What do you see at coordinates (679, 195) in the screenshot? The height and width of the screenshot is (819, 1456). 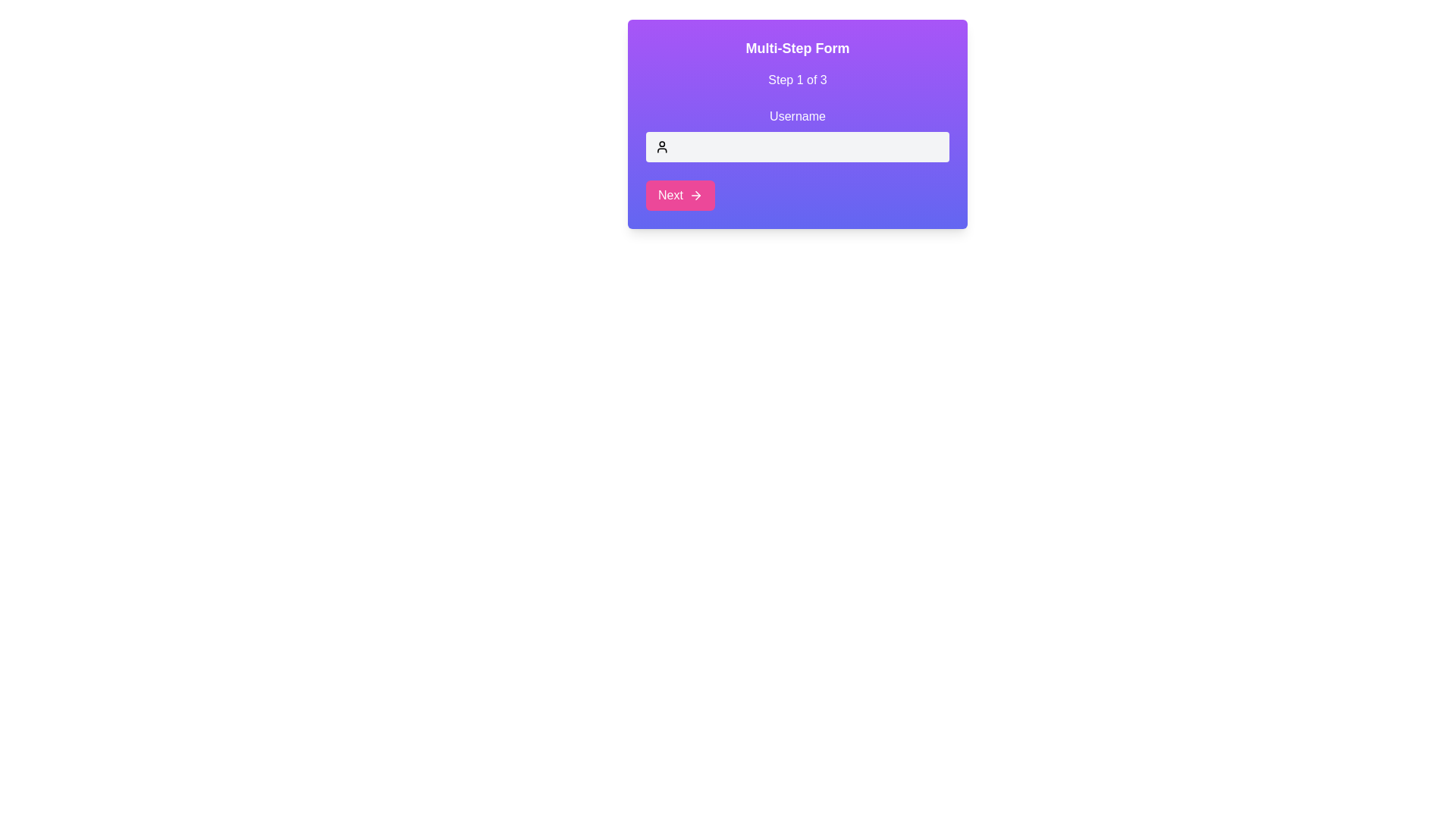 I see `the button with rounded corners and a gradient pink background labeled 'Next' to change its appearance` at bounding box center [679, 195].